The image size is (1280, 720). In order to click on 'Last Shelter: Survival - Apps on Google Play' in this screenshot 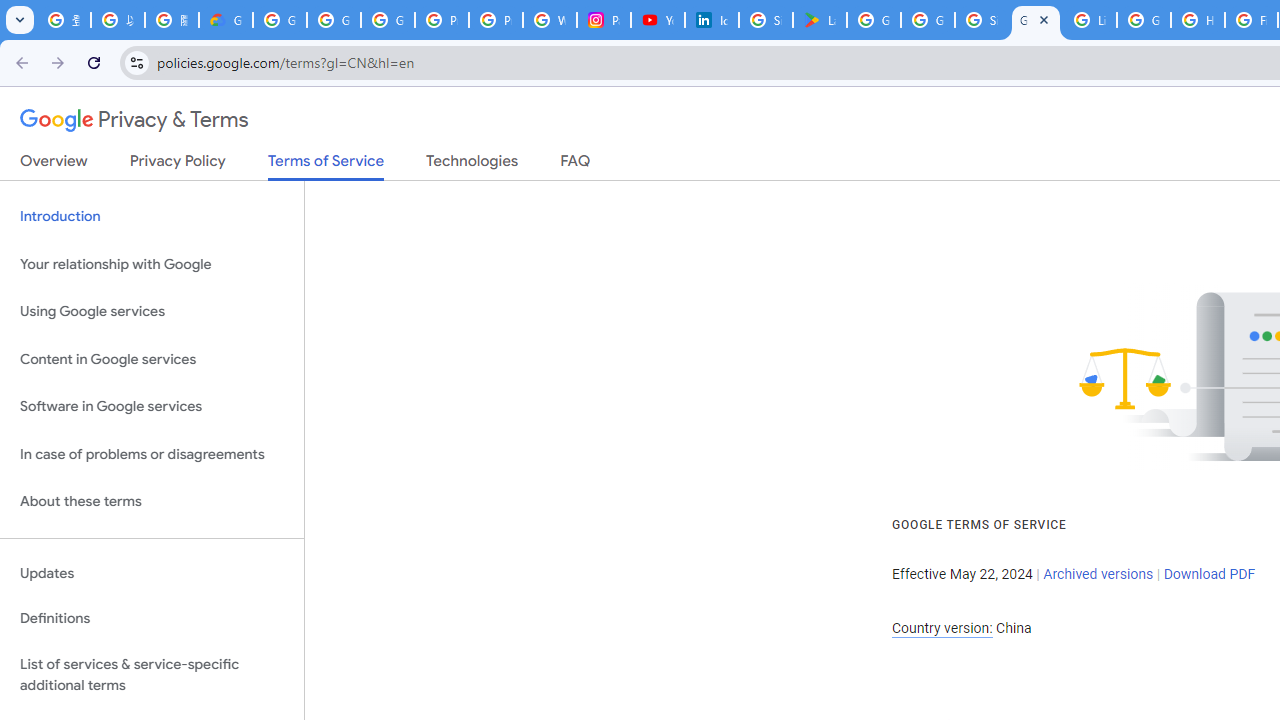, I will do `click(819, 20)`.